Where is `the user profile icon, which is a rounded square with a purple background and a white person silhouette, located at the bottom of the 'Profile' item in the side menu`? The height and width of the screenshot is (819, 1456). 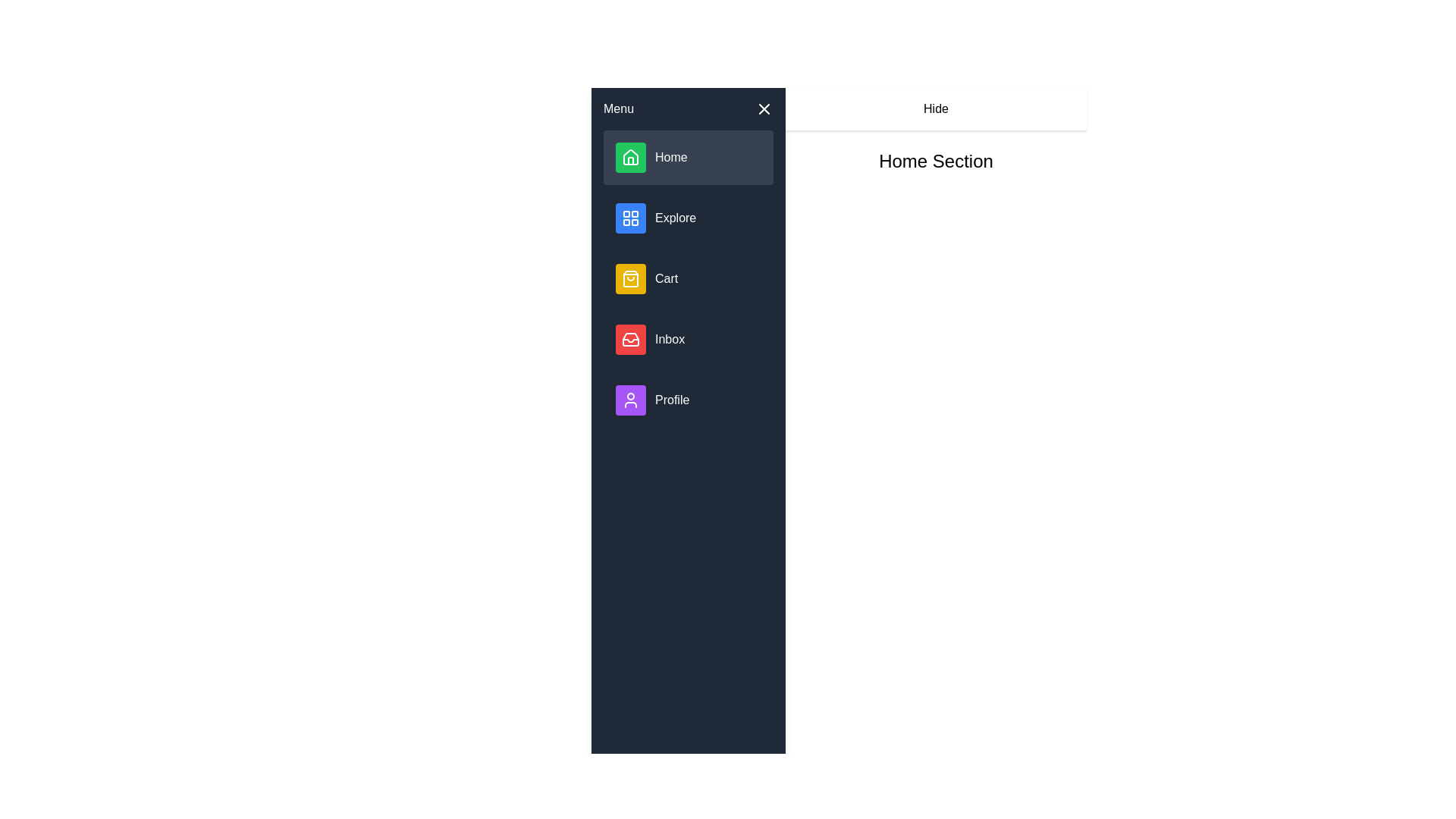 the user profile icon, which is a rounded square with a purple background and a white person silhouette, located at the bottom of the 'Profile' item in the side menu is located at coordinates (630, 400).